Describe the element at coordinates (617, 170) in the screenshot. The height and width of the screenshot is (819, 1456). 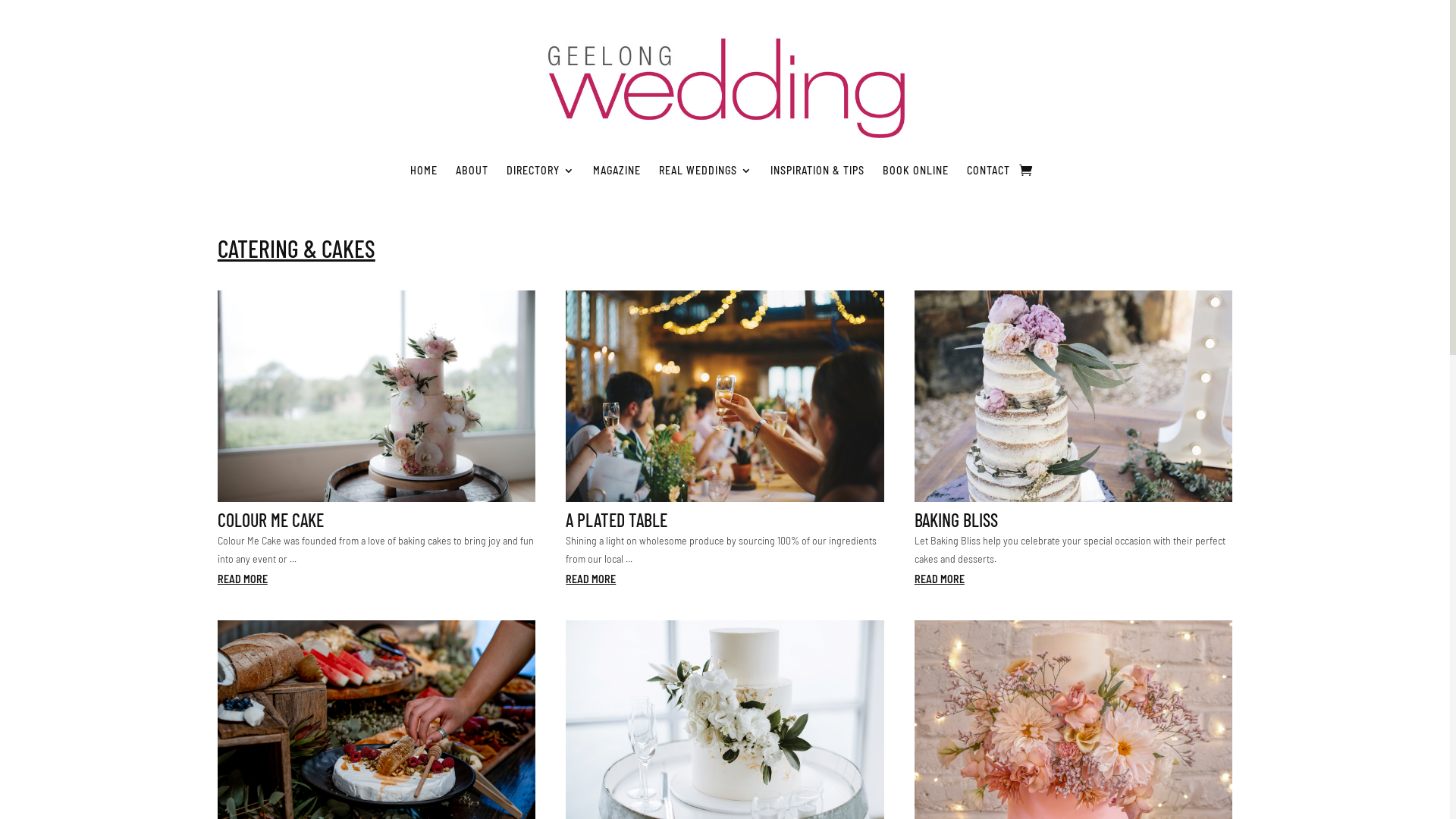
I see `'MAGAZINE'` at that location.